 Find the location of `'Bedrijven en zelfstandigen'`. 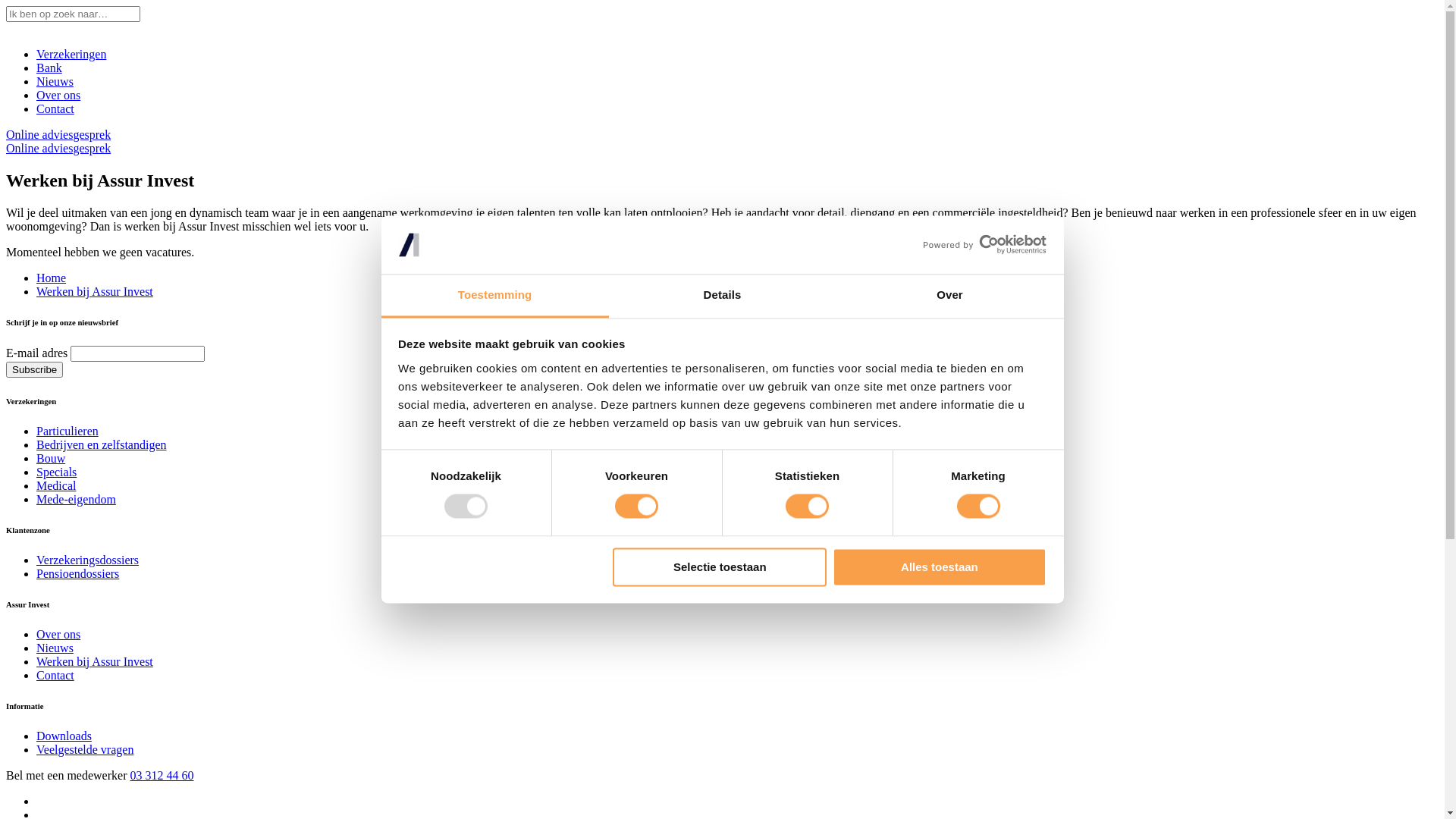

'Bedrijven en zelfstandigen' is located at coordinates (36, 444).